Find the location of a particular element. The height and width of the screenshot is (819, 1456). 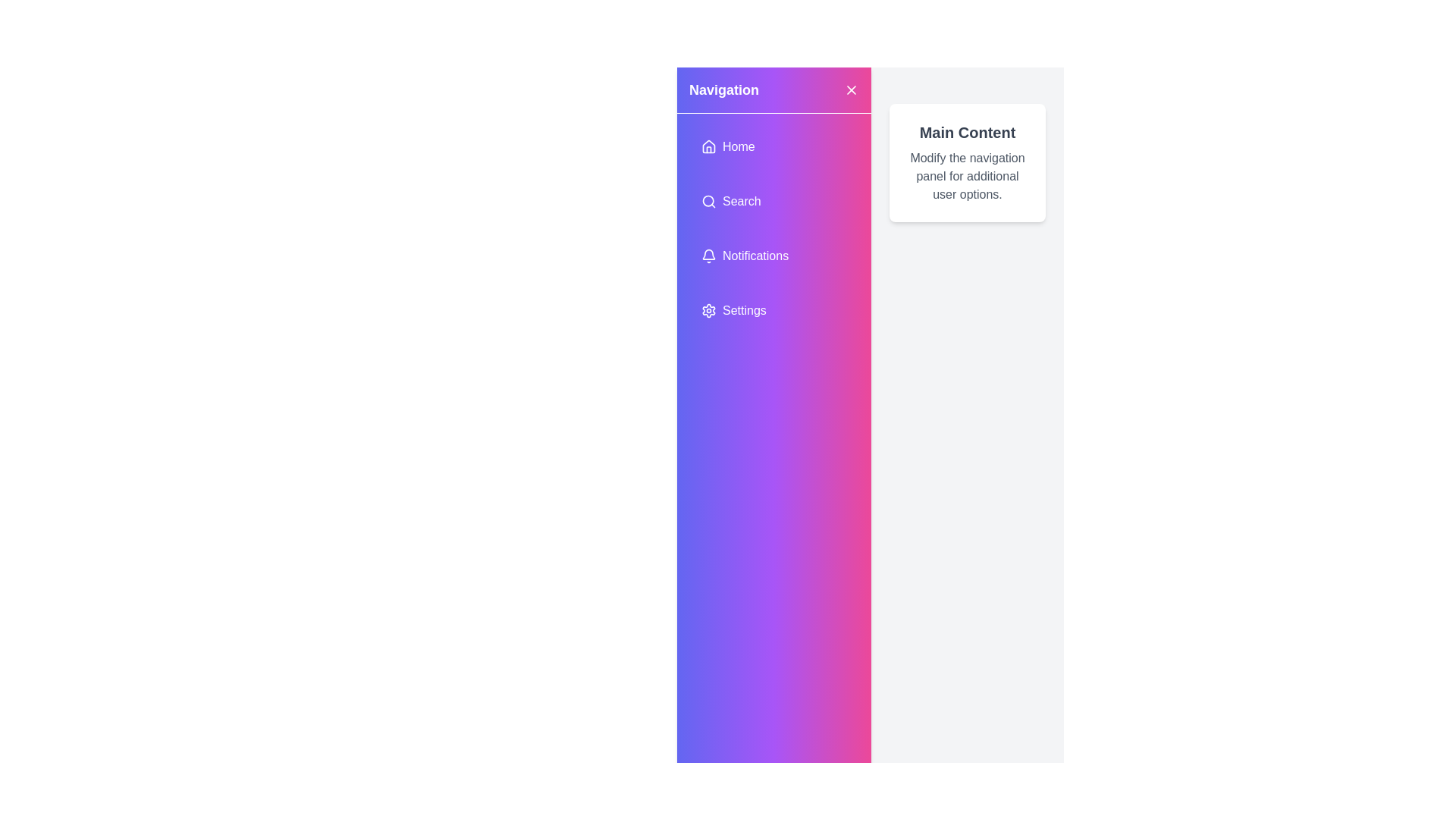

the bell-shaped notification icon located to the left of the 'Notifications' text label in the navigation menu is located at coordinates (708, 256).